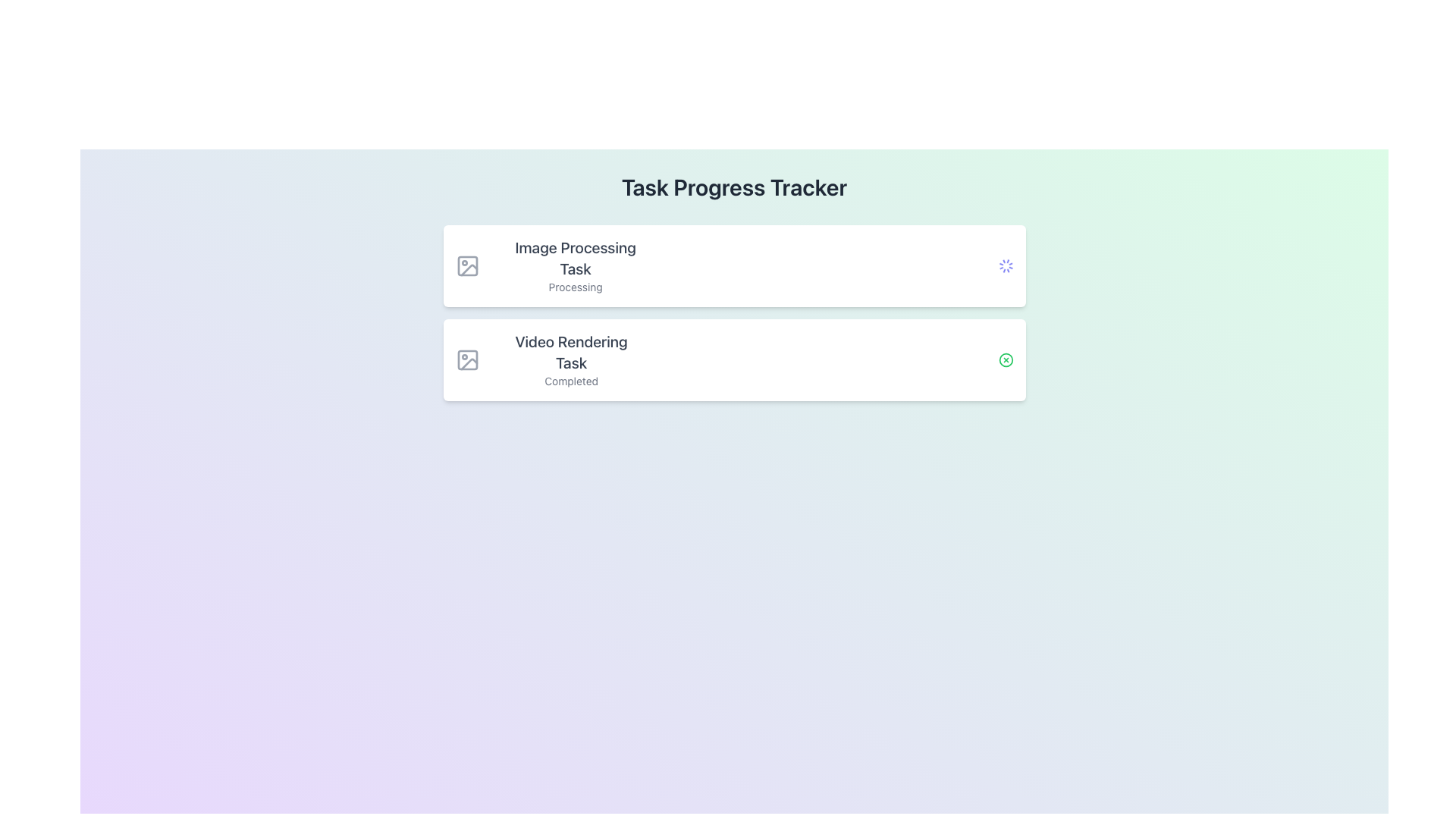 The width and height of the screenshot is (1456, 819). Describe the element at coordinates (466, 265) in the screenshot. I see `the small square decorative graphical element located in the top-left corner of the image icon within the 'Image Processing' task row` at that location.